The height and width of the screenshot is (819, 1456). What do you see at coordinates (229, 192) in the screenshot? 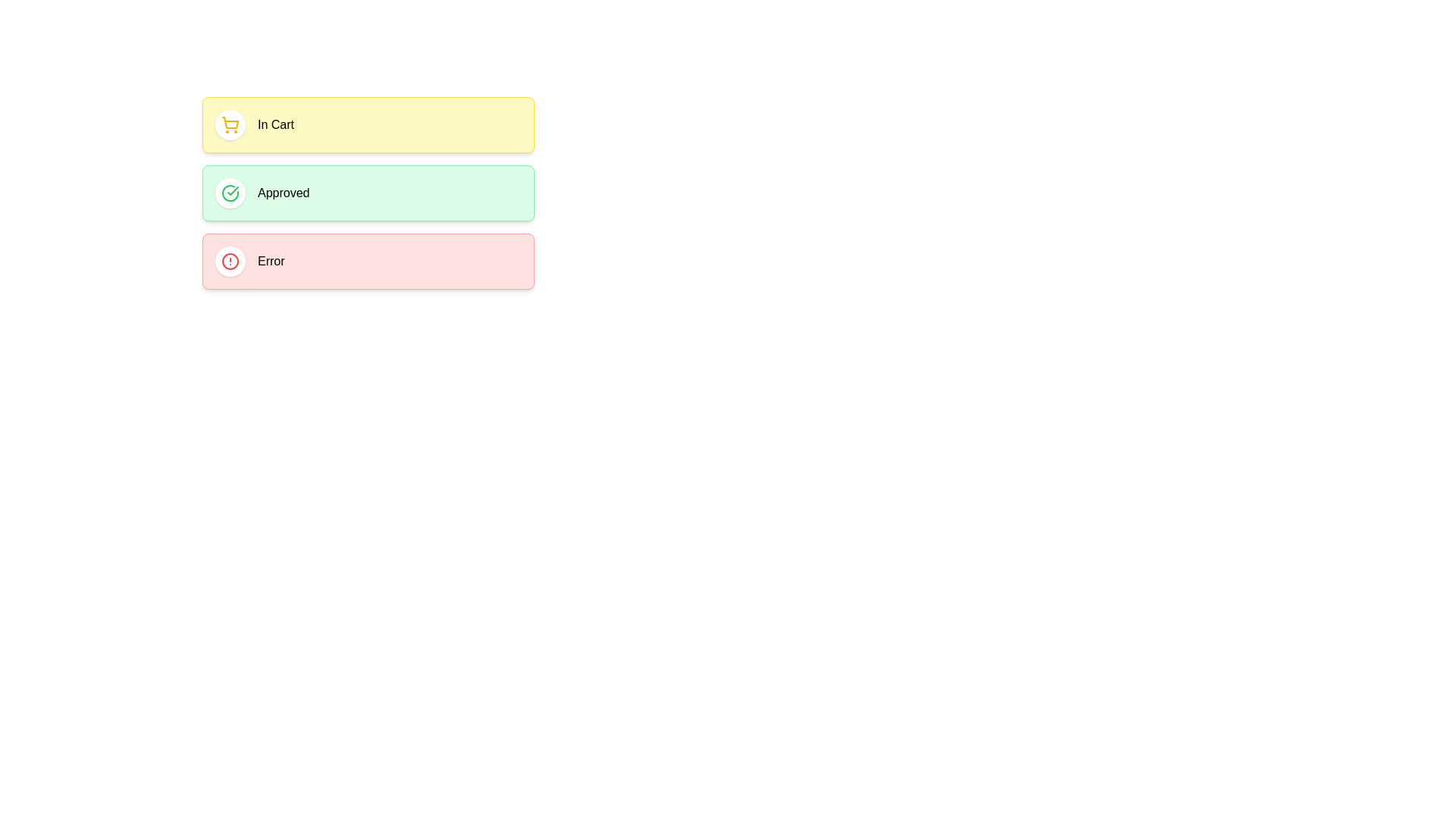
I see `the 'Approved' status indicator icon, which is a green checkmark located to the left of the label 'Approved'` at bounding box center [229, 192].